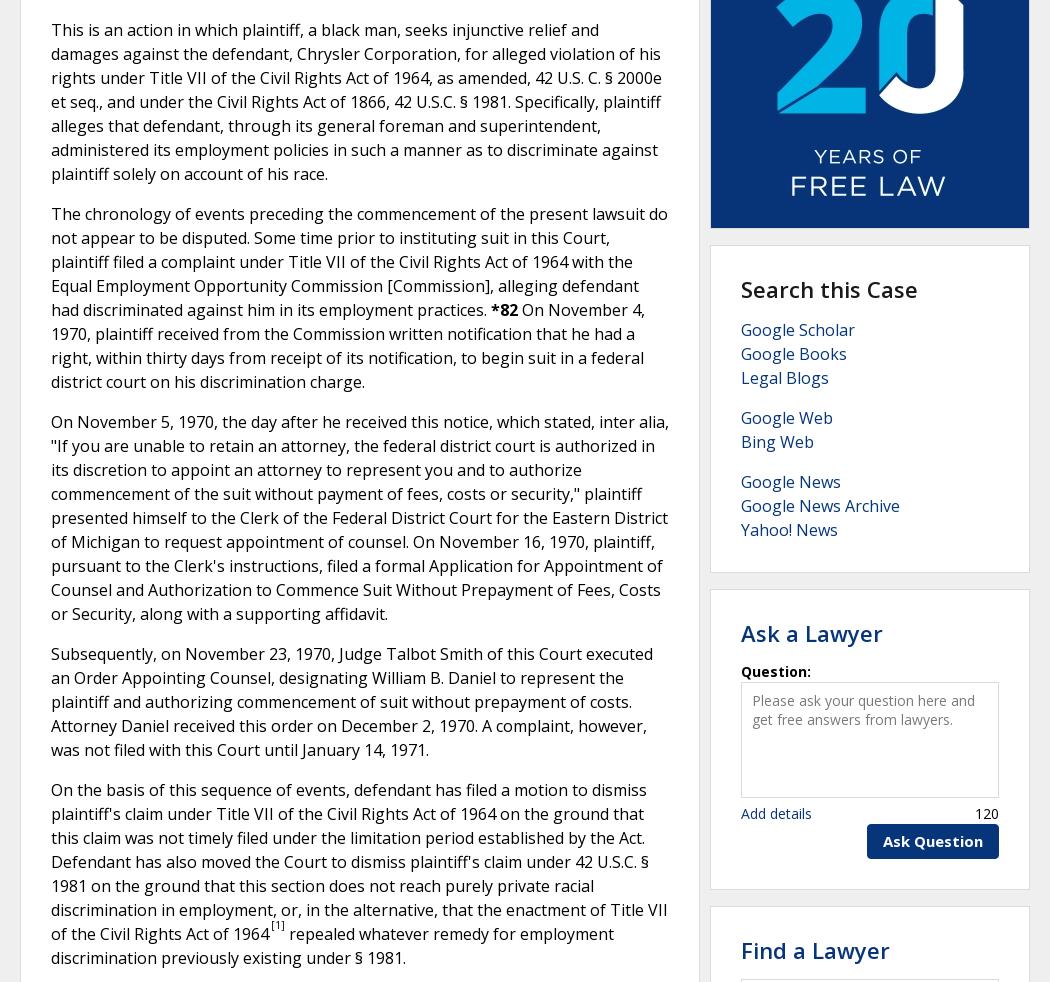 The image size is (1050, 982). I want to click on 'Legal Blogs', so click(784, 377).